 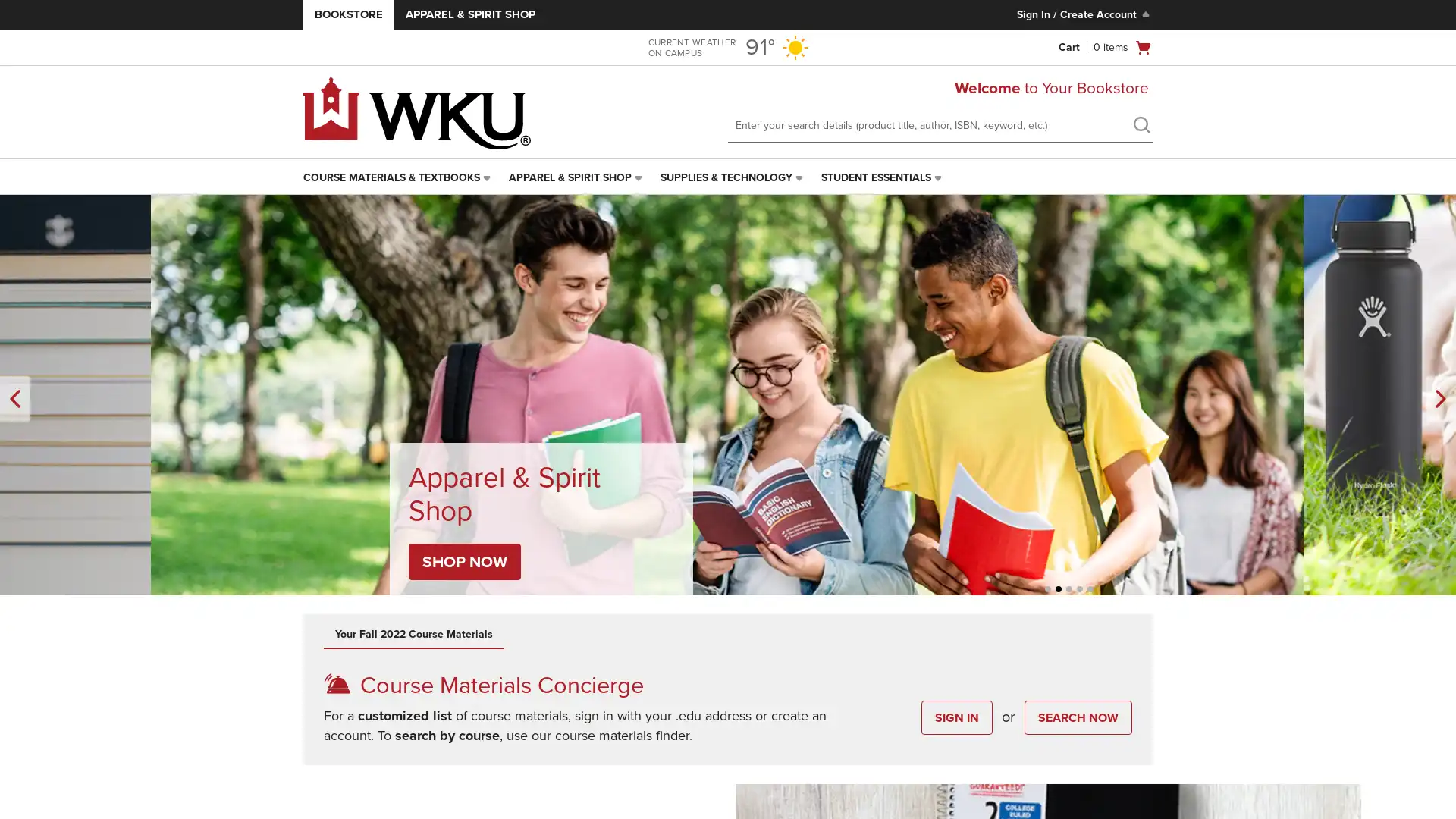 I want to click on Sign In/Create Account, so click(x=1084, y=14).